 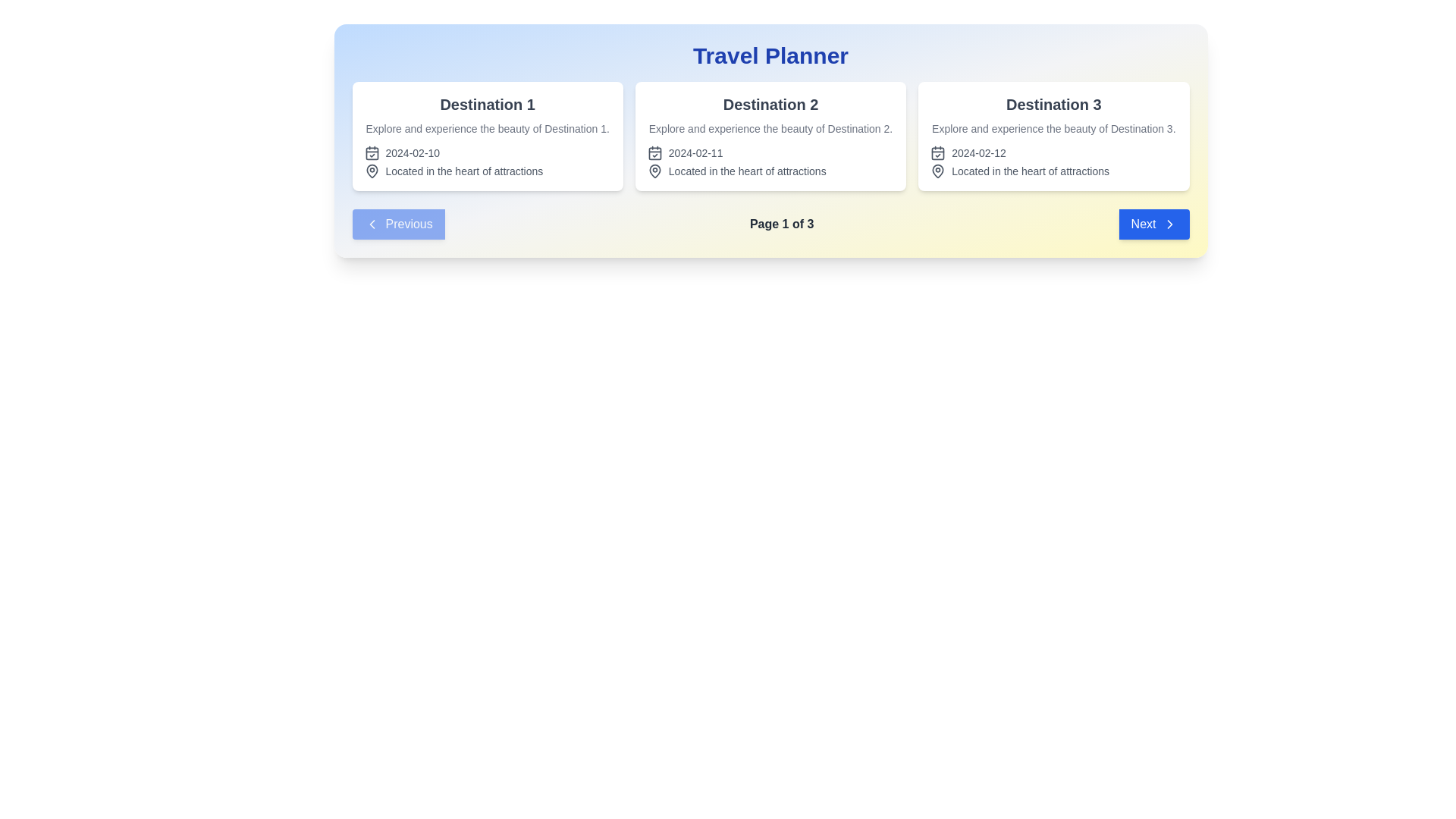 What do you see at coordinates (1053, 127) in the screenshot?
I see `the text paragraph that reads 'Explore and experience the beauty of Destination 3.' which is the second visible text element in the card labeled 'Destination 3'` at bounding box center [1053, 127].